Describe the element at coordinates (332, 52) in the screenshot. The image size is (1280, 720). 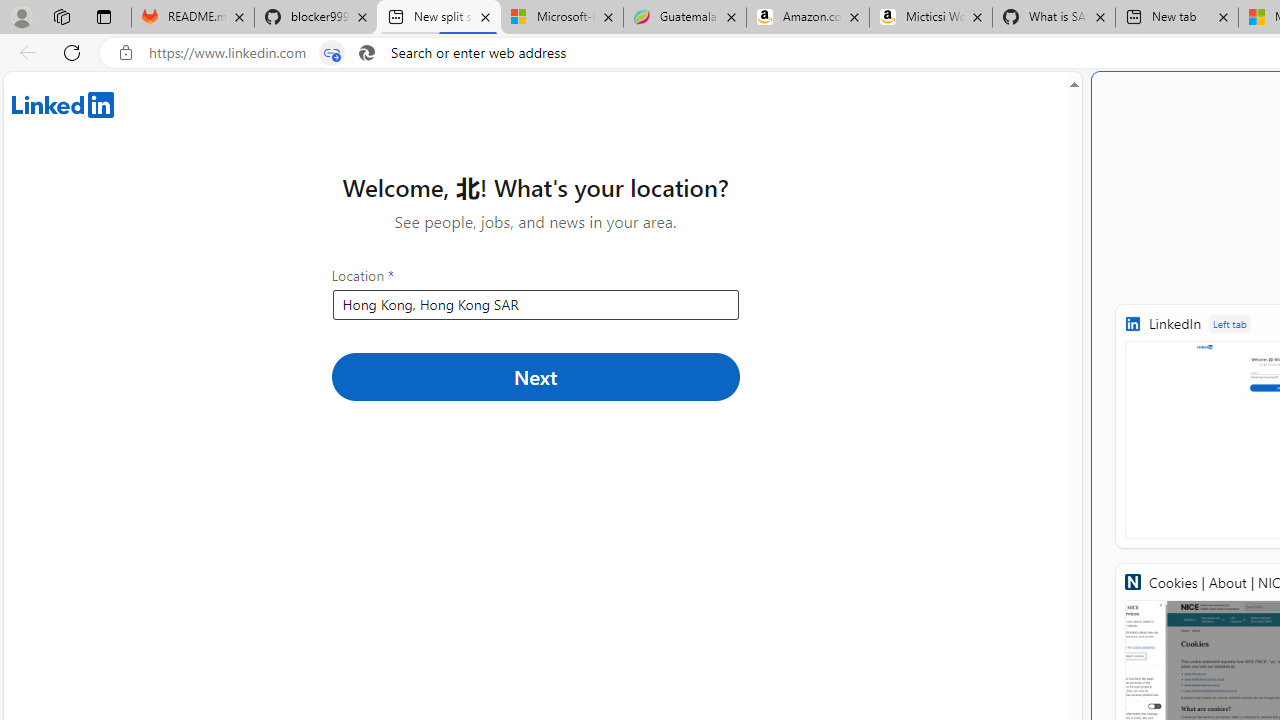
I see `'Tabs in split screen'` at that location.